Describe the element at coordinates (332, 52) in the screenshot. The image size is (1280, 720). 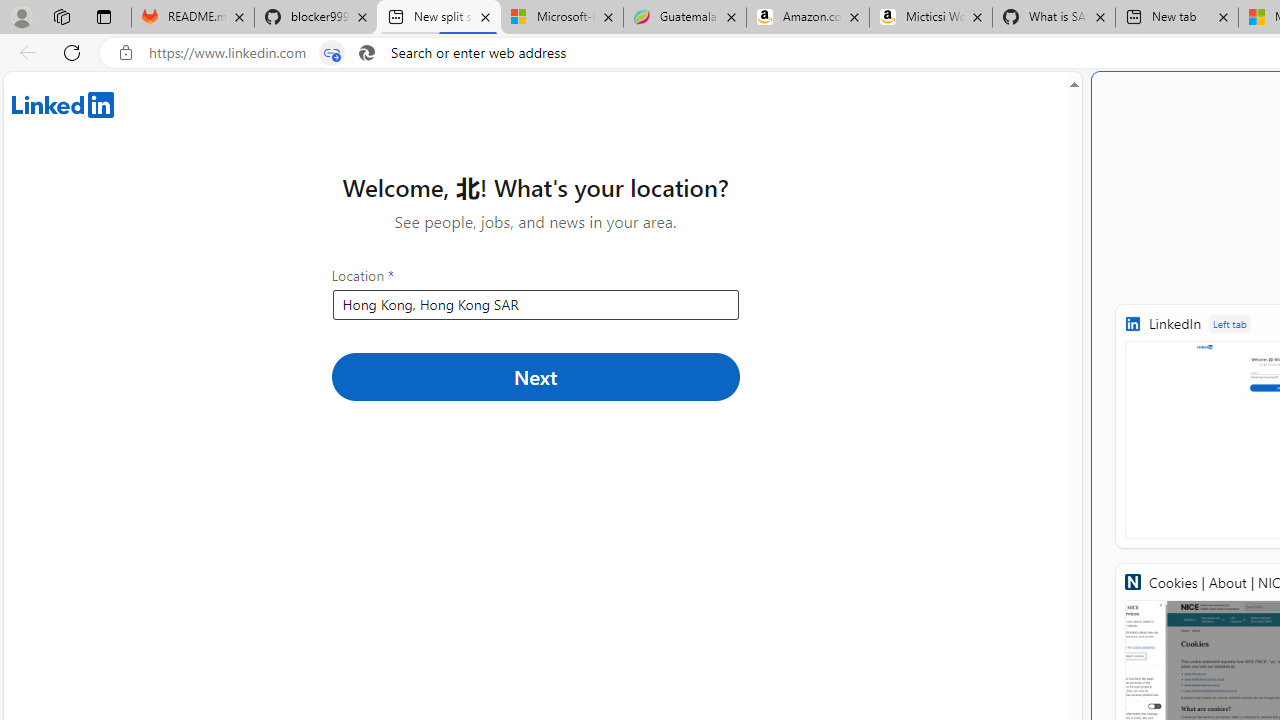
I see `'Tabs in split screen'` at that location.